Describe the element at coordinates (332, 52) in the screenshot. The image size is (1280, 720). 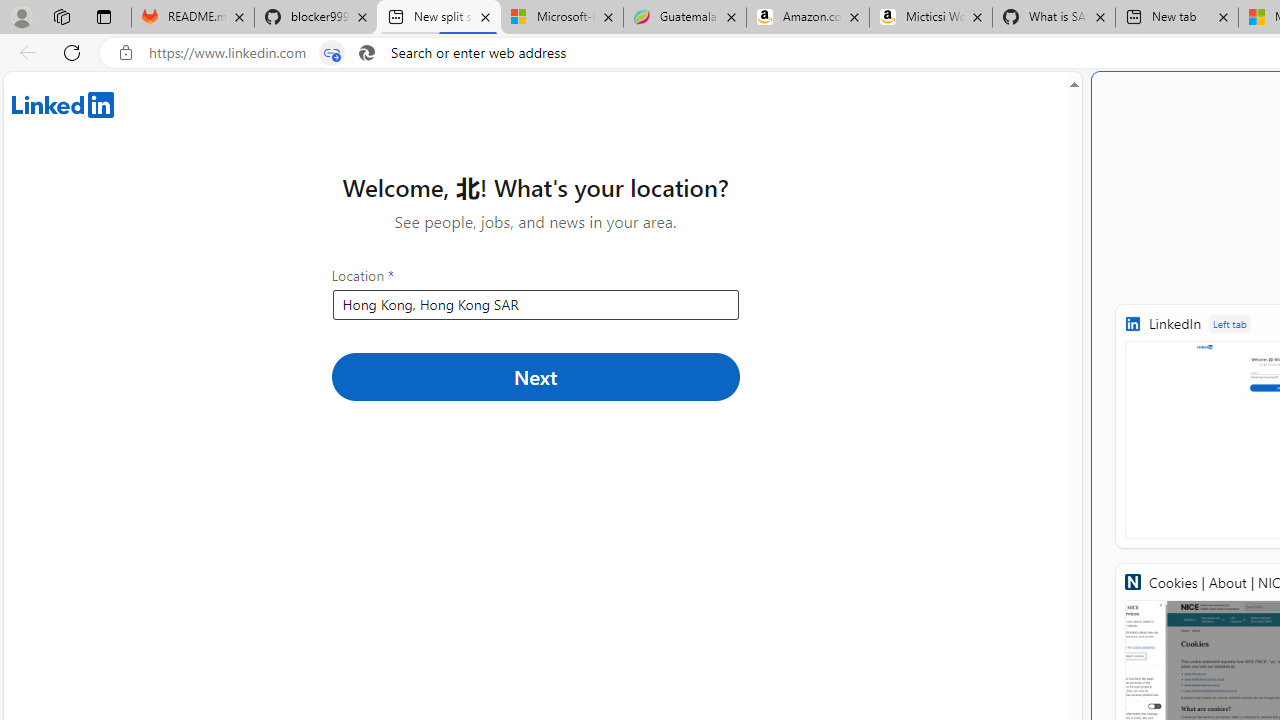
I see `'Tabs in split screen'` at that location.